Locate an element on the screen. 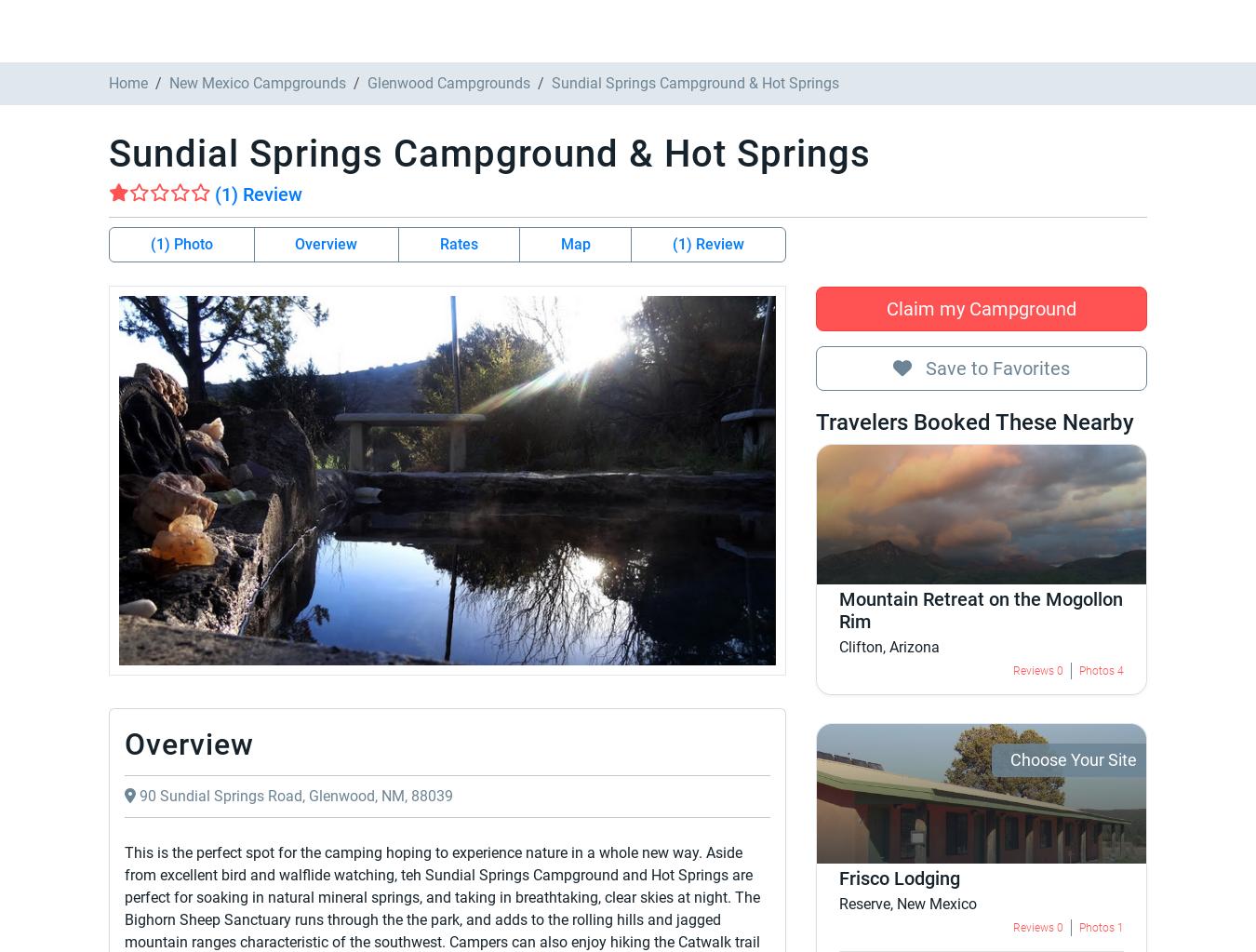 This screenshot has height=952, width=1256. 'From' is located at coordinates (498, 670).